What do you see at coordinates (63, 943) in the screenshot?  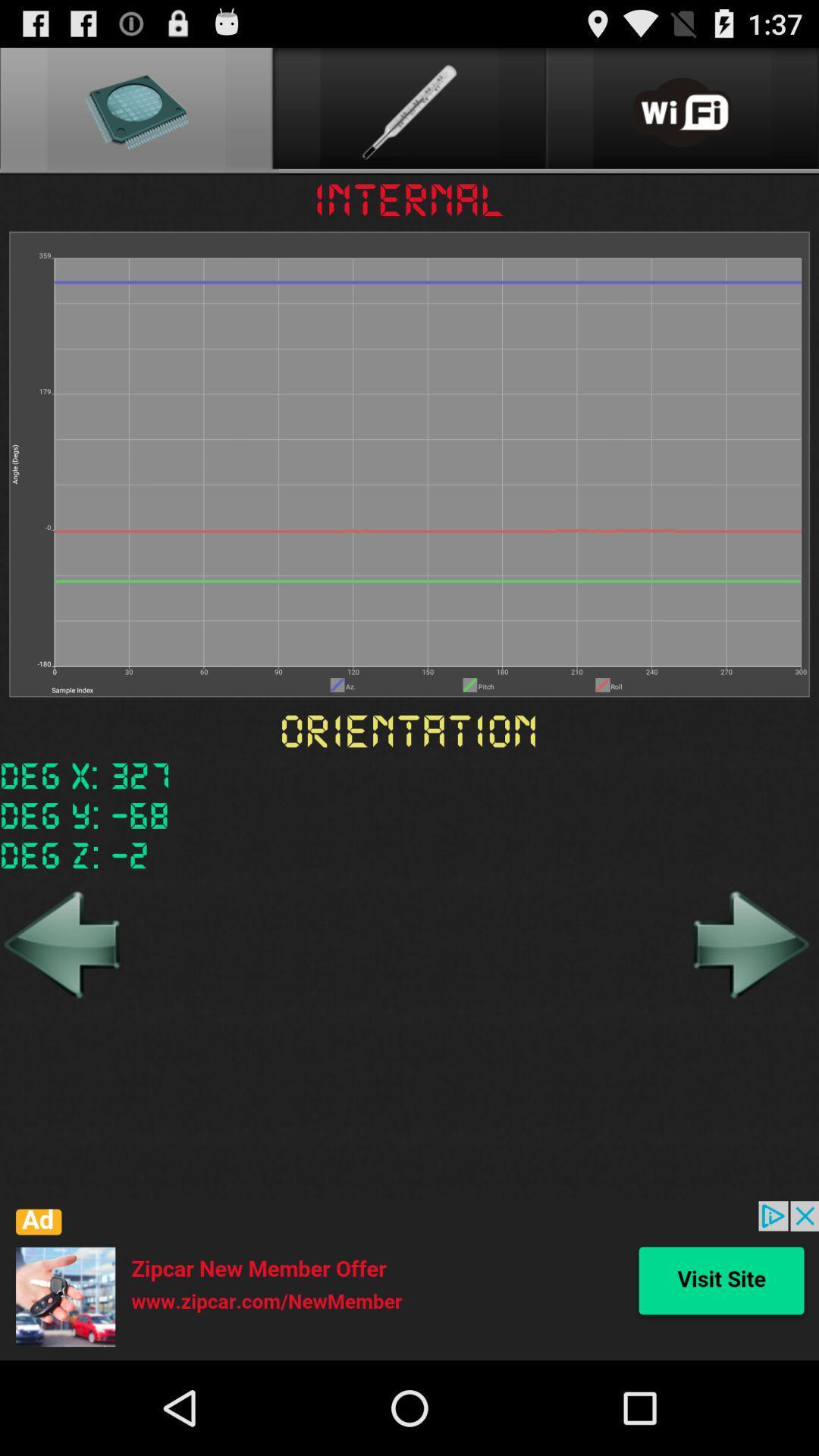 I see `back` at bounding box center [63, 943].